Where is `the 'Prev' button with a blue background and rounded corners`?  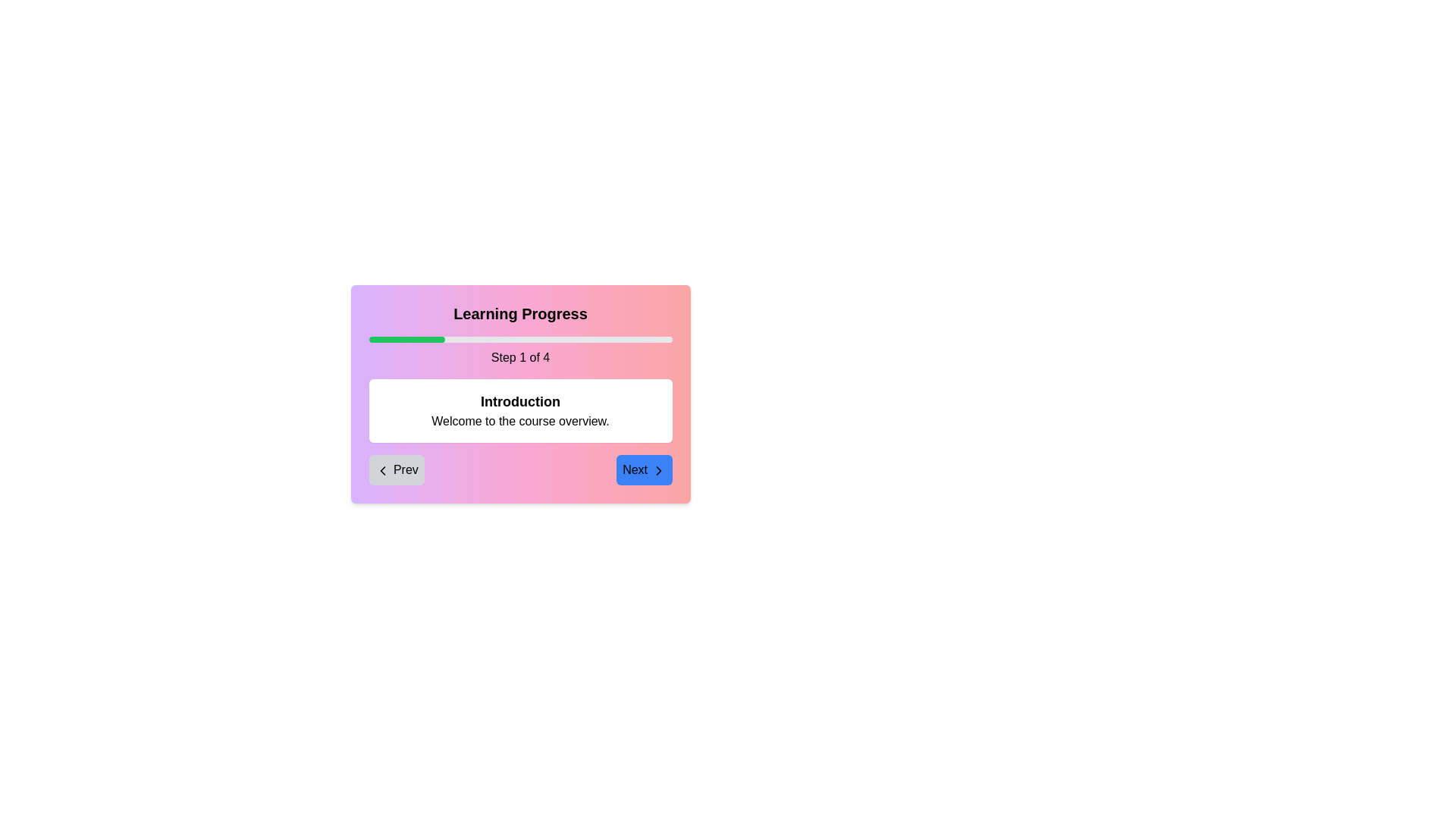 the 'Prev' button with a blue background and rounded corners is located at coordinates (397, 469).